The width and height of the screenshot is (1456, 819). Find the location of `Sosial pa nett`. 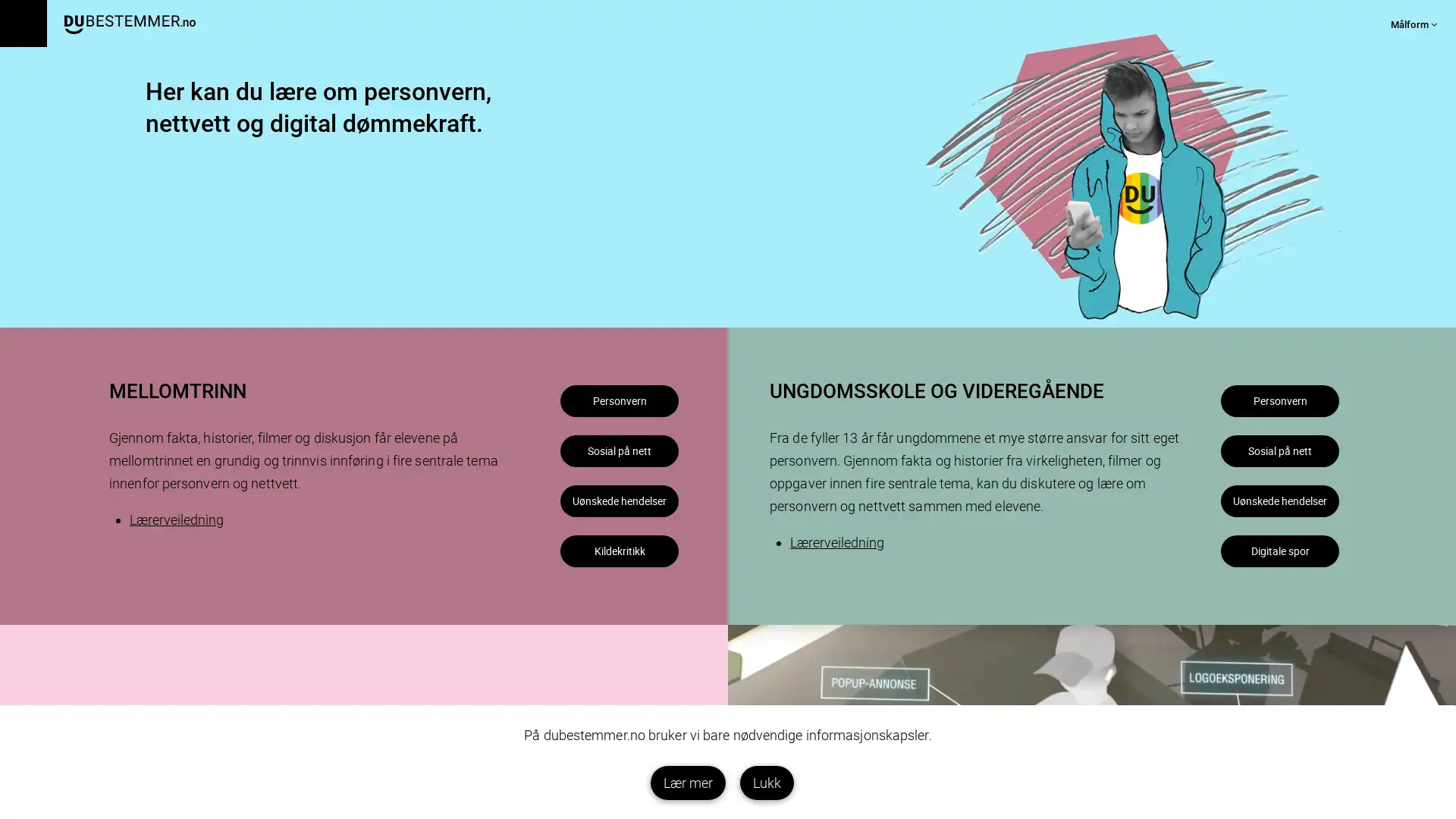

Sosial pa nett is located at coordinates (566, 491).